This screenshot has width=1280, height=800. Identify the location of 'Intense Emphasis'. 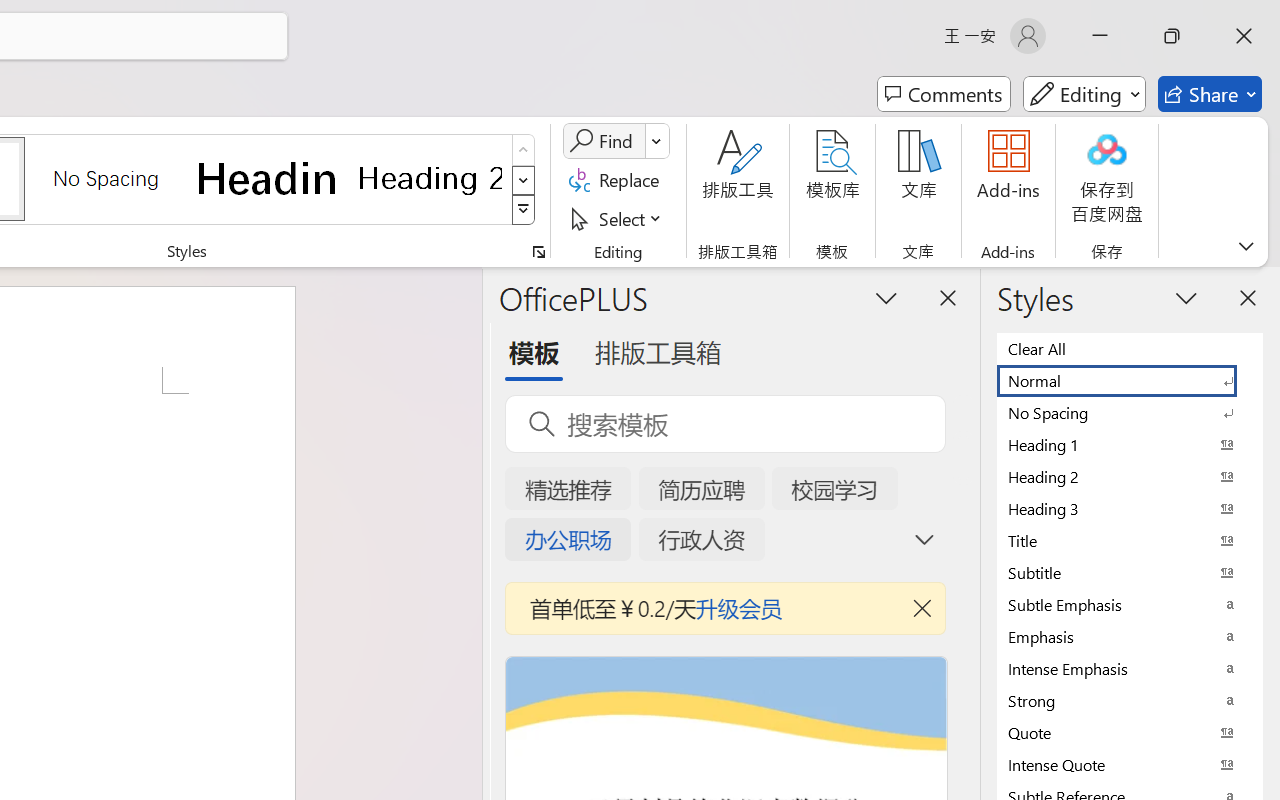
(1130, 668).